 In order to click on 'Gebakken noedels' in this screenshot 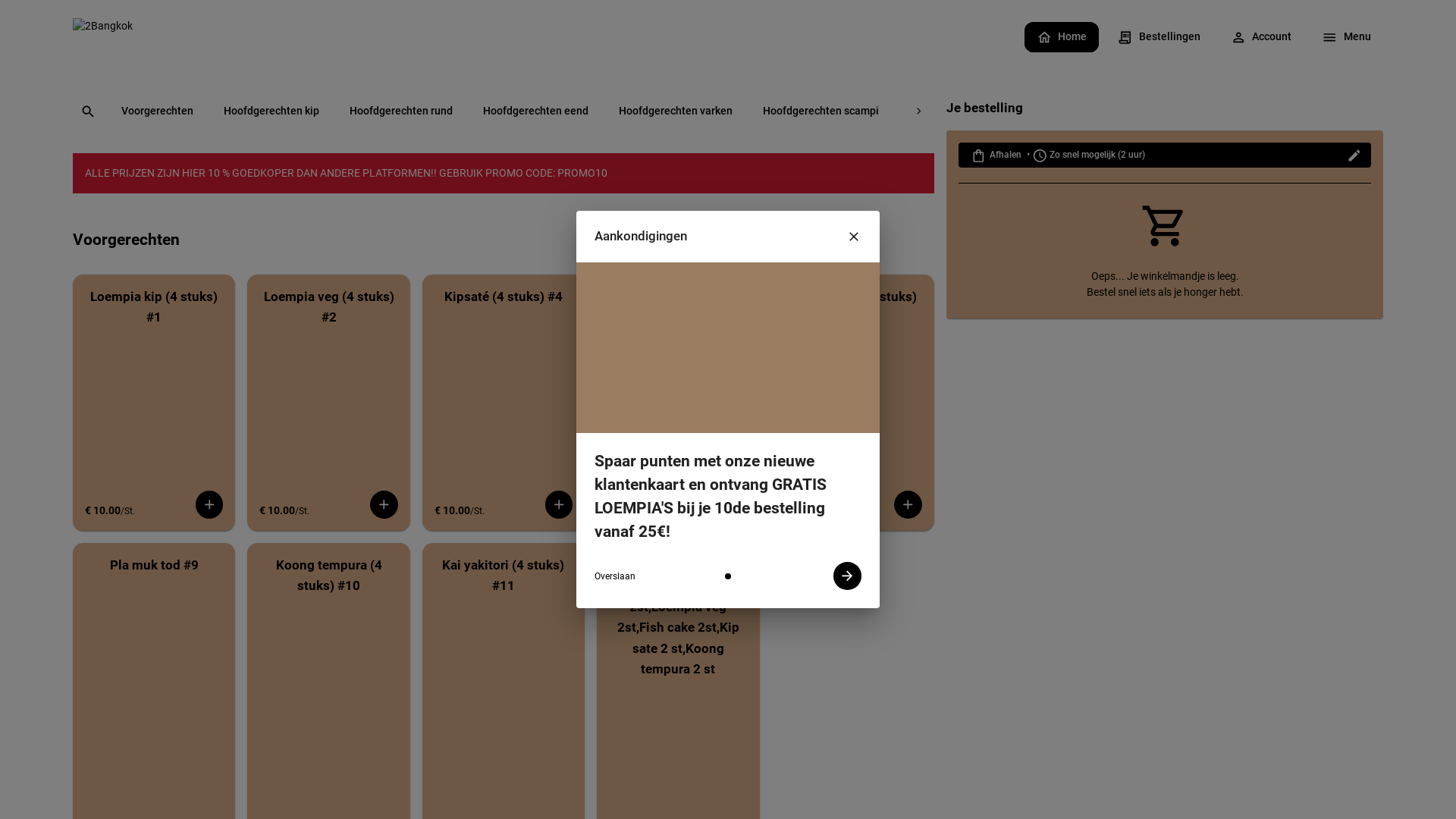, I will do `click(1053, 111)`.